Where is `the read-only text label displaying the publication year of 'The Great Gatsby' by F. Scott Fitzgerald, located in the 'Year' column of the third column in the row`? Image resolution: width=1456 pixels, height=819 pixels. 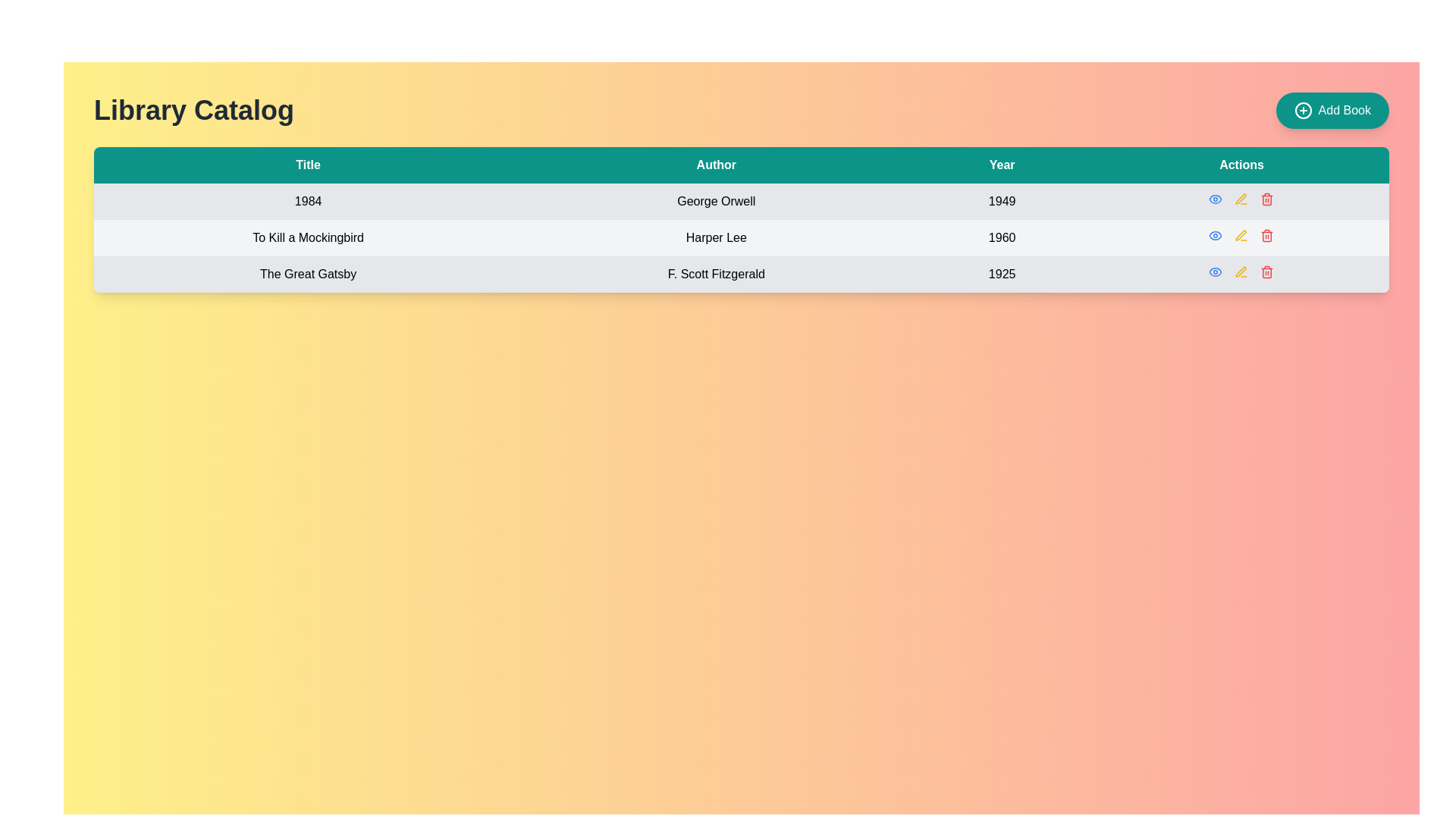
the read-only text label displaying the publication year of 'The Great Gatsby' by F. Scott Fitzgerald, located in the 'Year' column of the third column in the row is located at coordinates (1002, 275).